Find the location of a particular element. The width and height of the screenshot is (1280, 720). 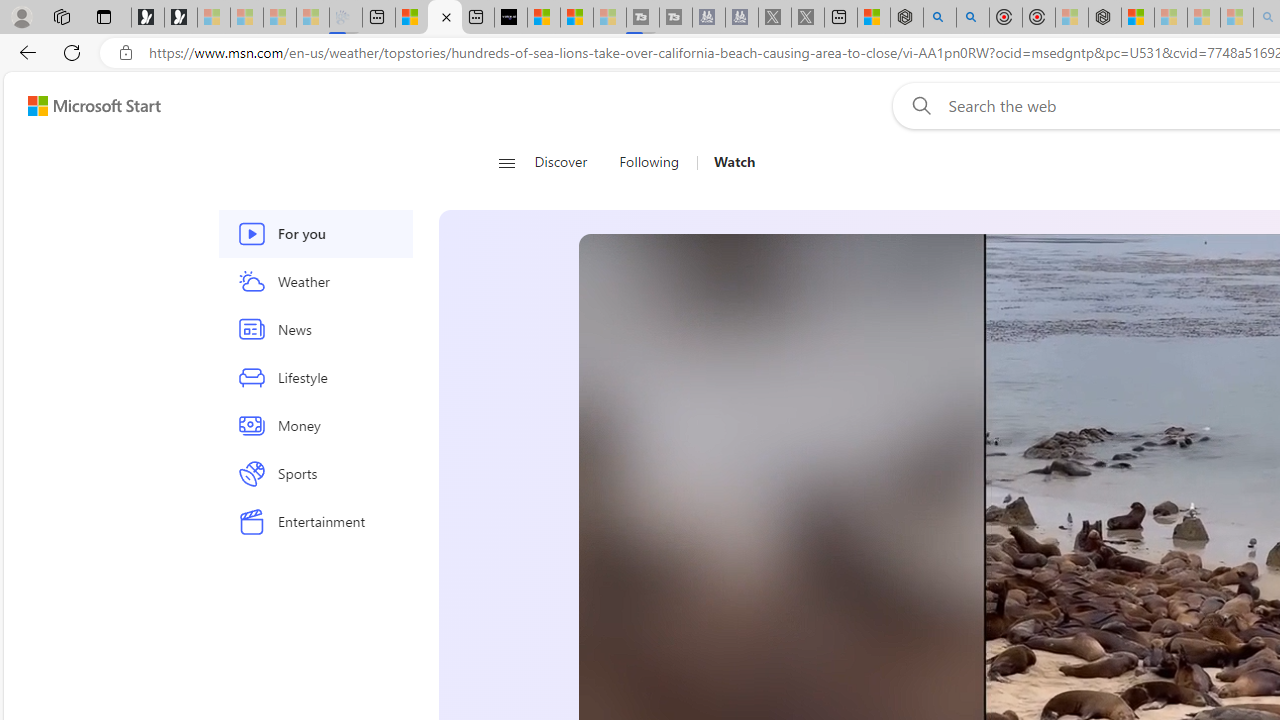

'Class: button-glyph' is located at coordinates (506, 162).